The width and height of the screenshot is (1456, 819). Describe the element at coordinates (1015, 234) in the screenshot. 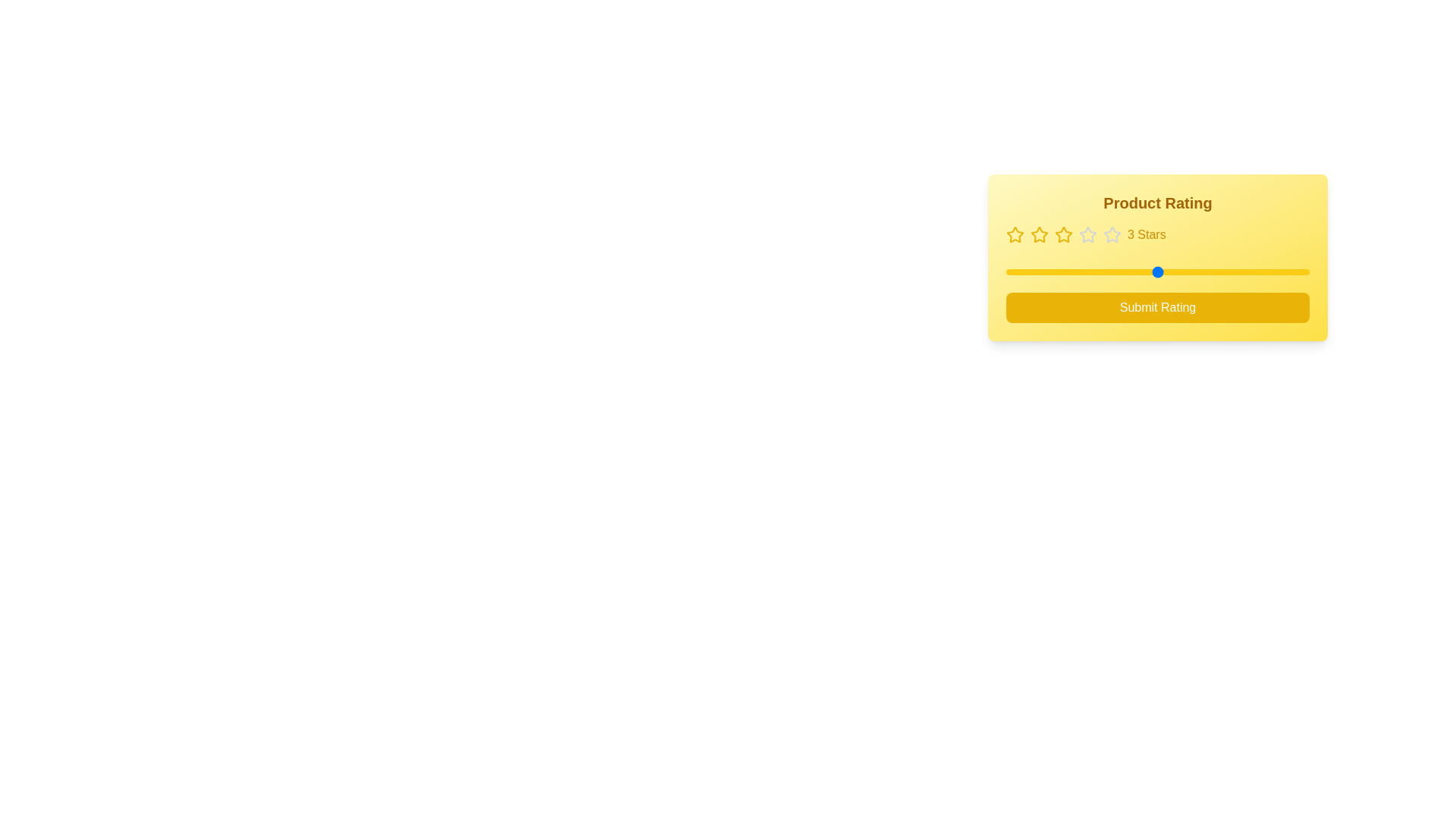

I see `the first star icon in the rating system under the text '3 Stars'` at that location.